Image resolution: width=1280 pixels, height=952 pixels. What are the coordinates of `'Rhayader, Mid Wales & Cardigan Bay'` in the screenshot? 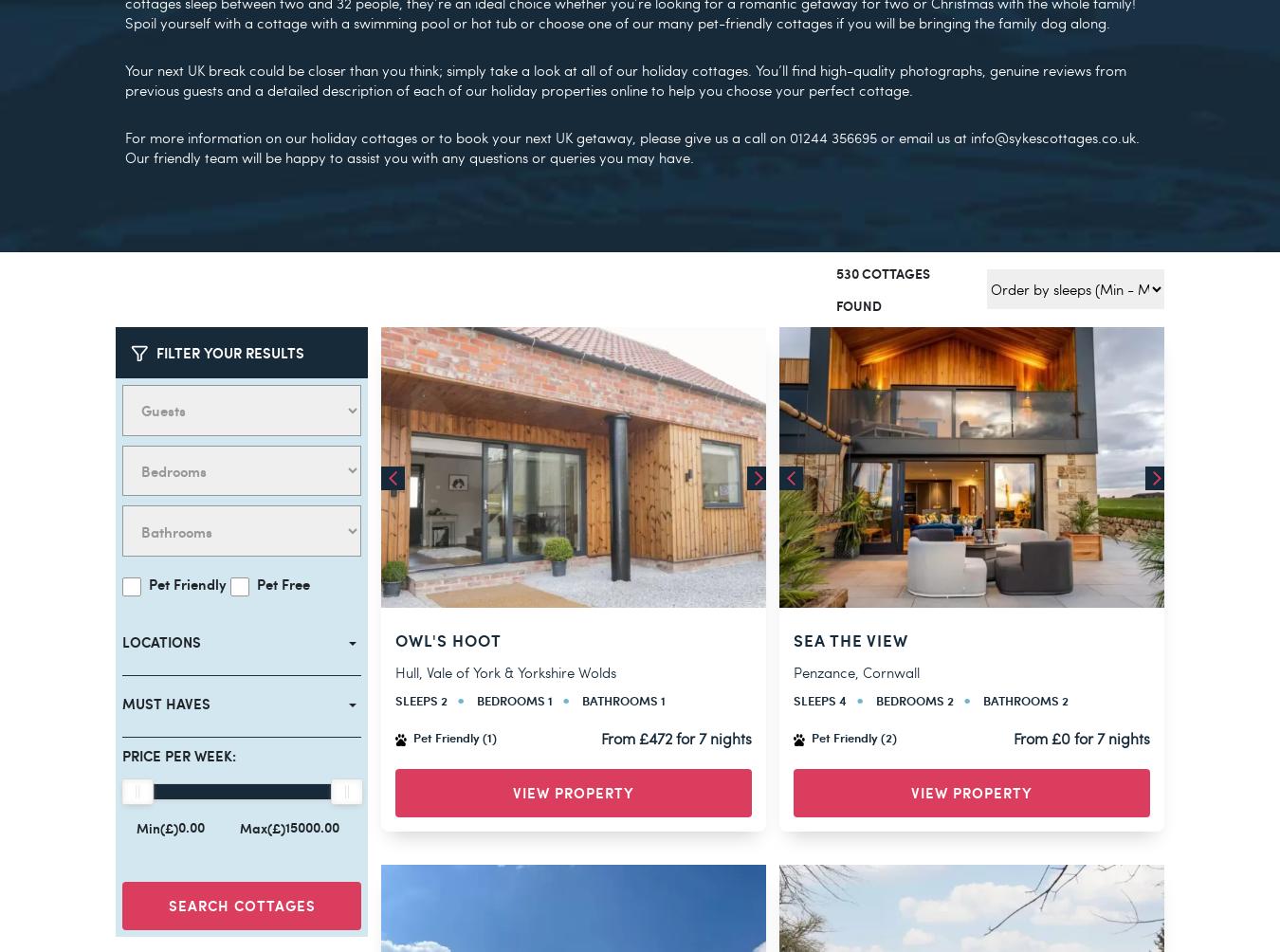 It's located at (912, 631).